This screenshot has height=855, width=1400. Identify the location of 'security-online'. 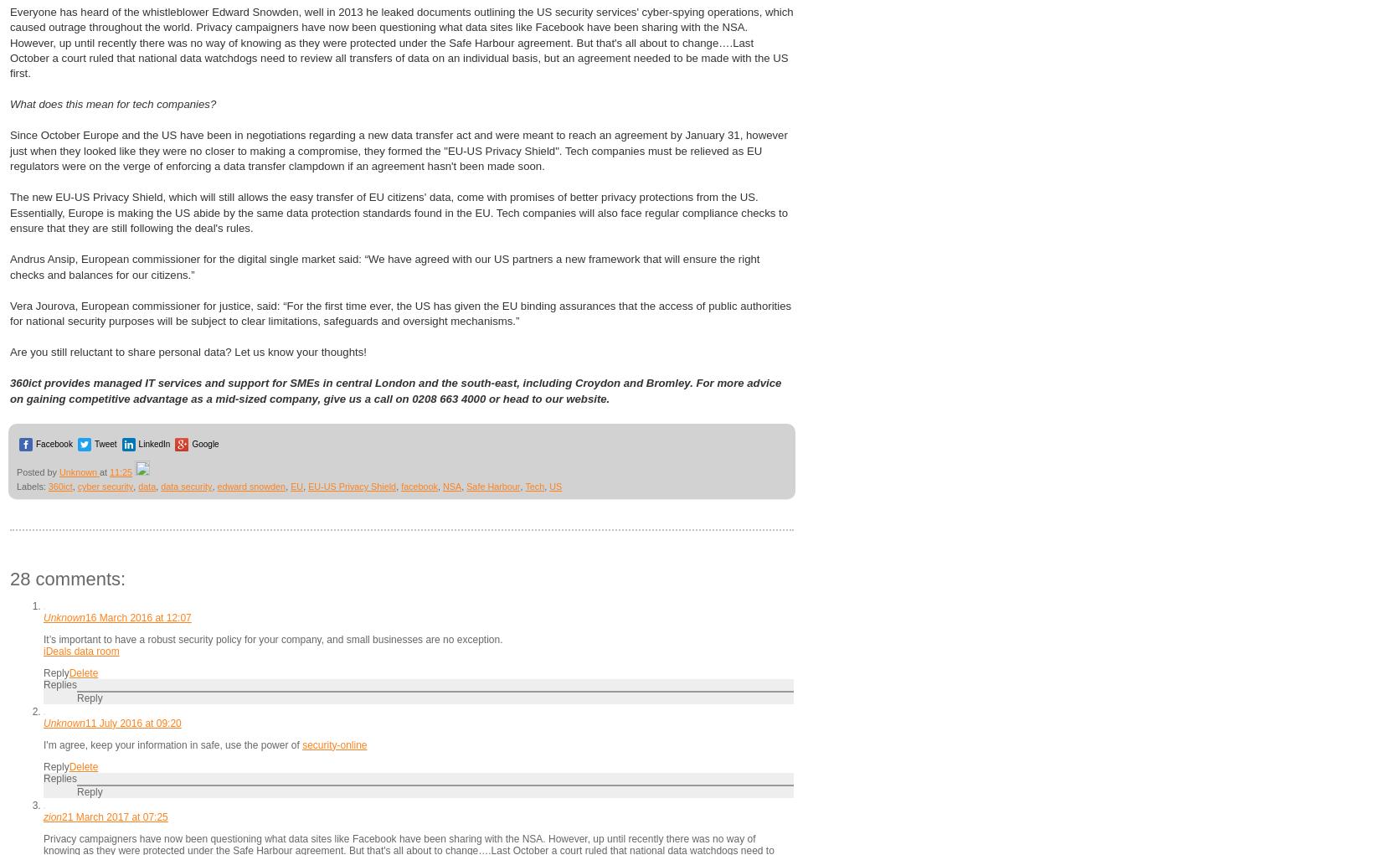
(333, 743).